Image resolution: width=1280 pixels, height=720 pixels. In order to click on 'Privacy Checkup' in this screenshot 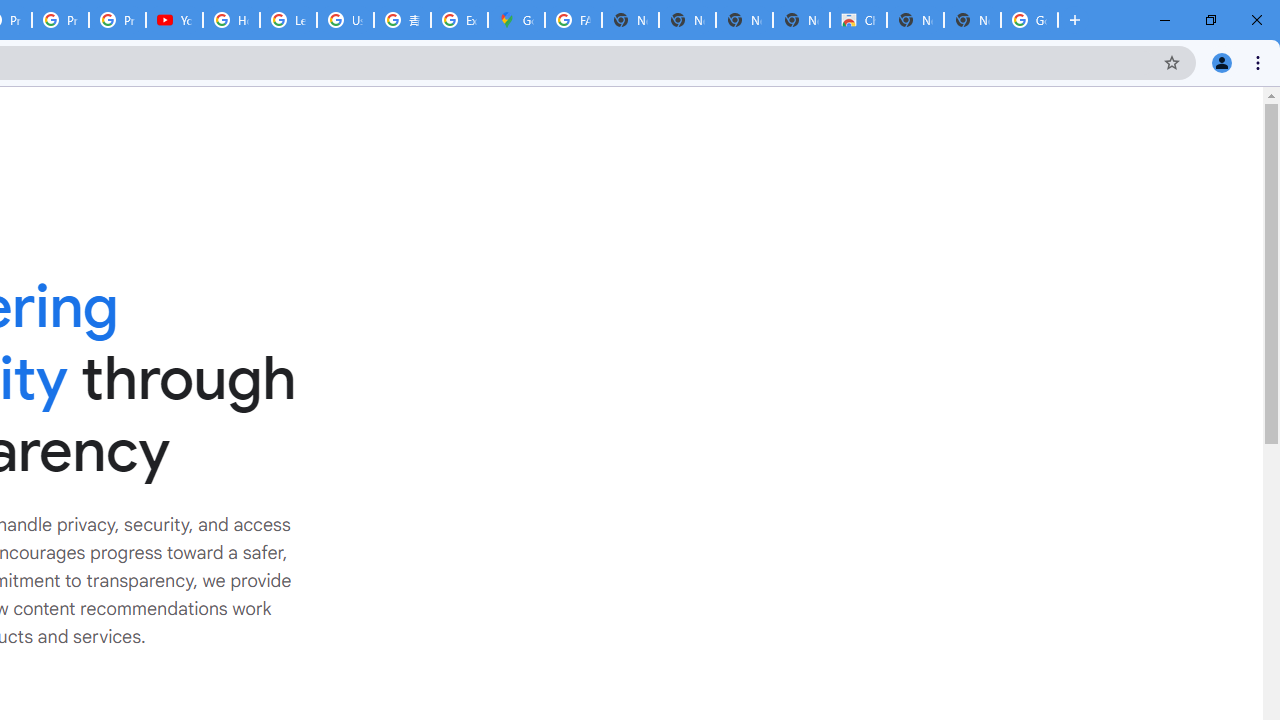, I will do `click(60, 20)`.